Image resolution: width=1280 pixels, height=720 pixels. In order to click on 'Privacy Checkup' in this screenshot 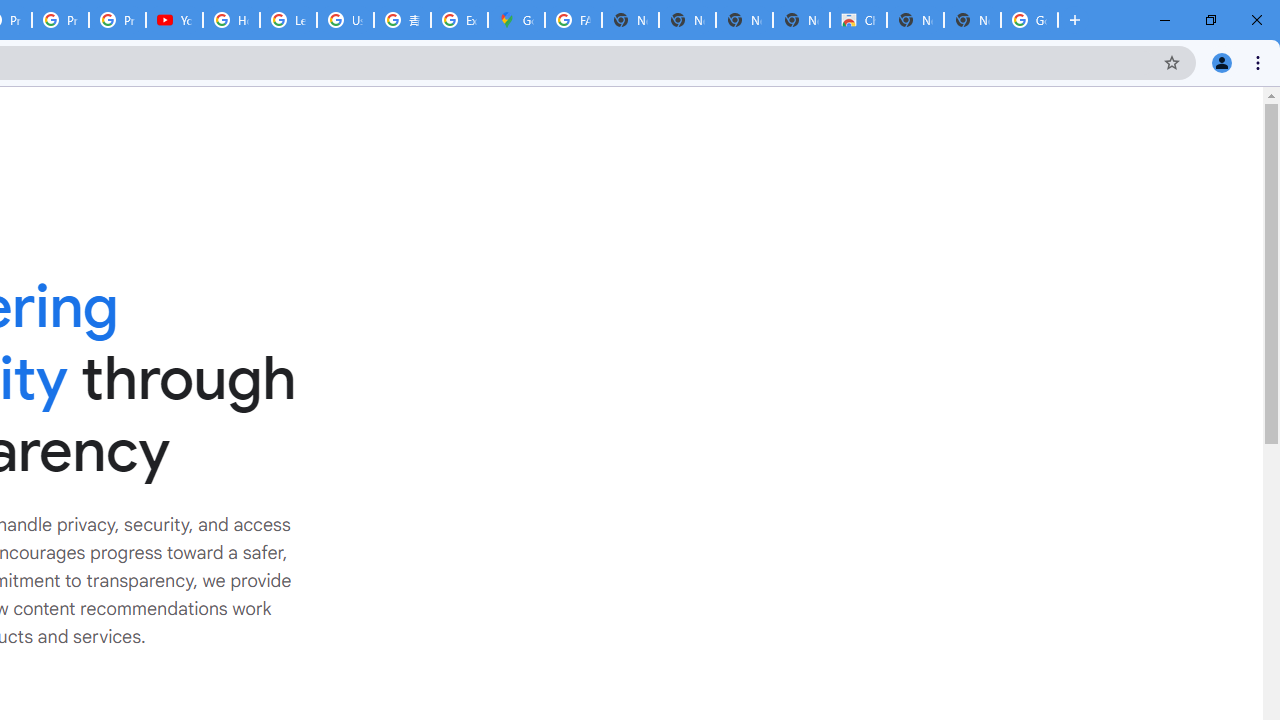, I will do `click(60, 20)`.